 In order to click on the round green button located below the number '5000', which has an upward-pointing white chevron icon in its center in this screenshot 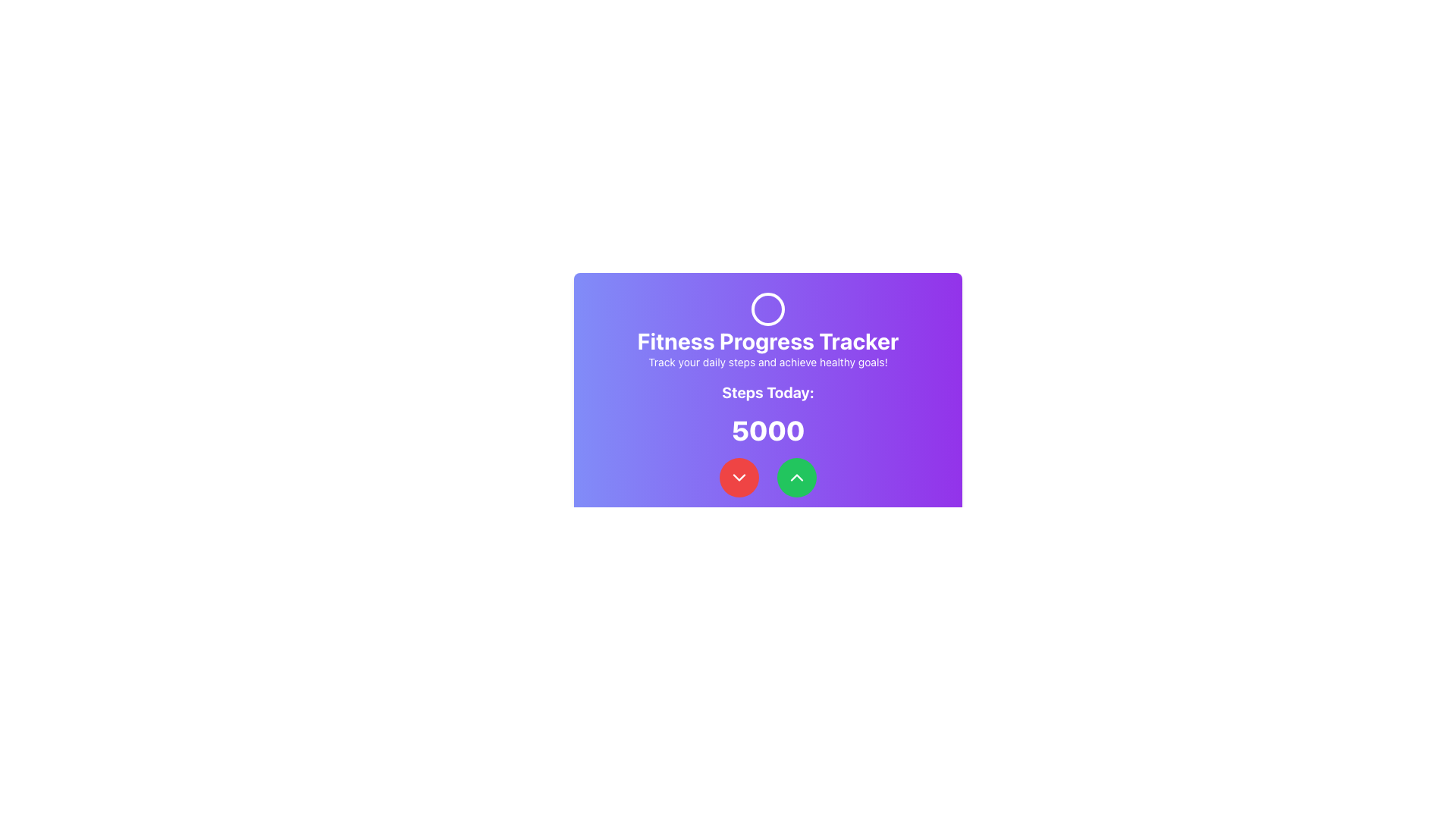, I will do `click(796, 476)`.